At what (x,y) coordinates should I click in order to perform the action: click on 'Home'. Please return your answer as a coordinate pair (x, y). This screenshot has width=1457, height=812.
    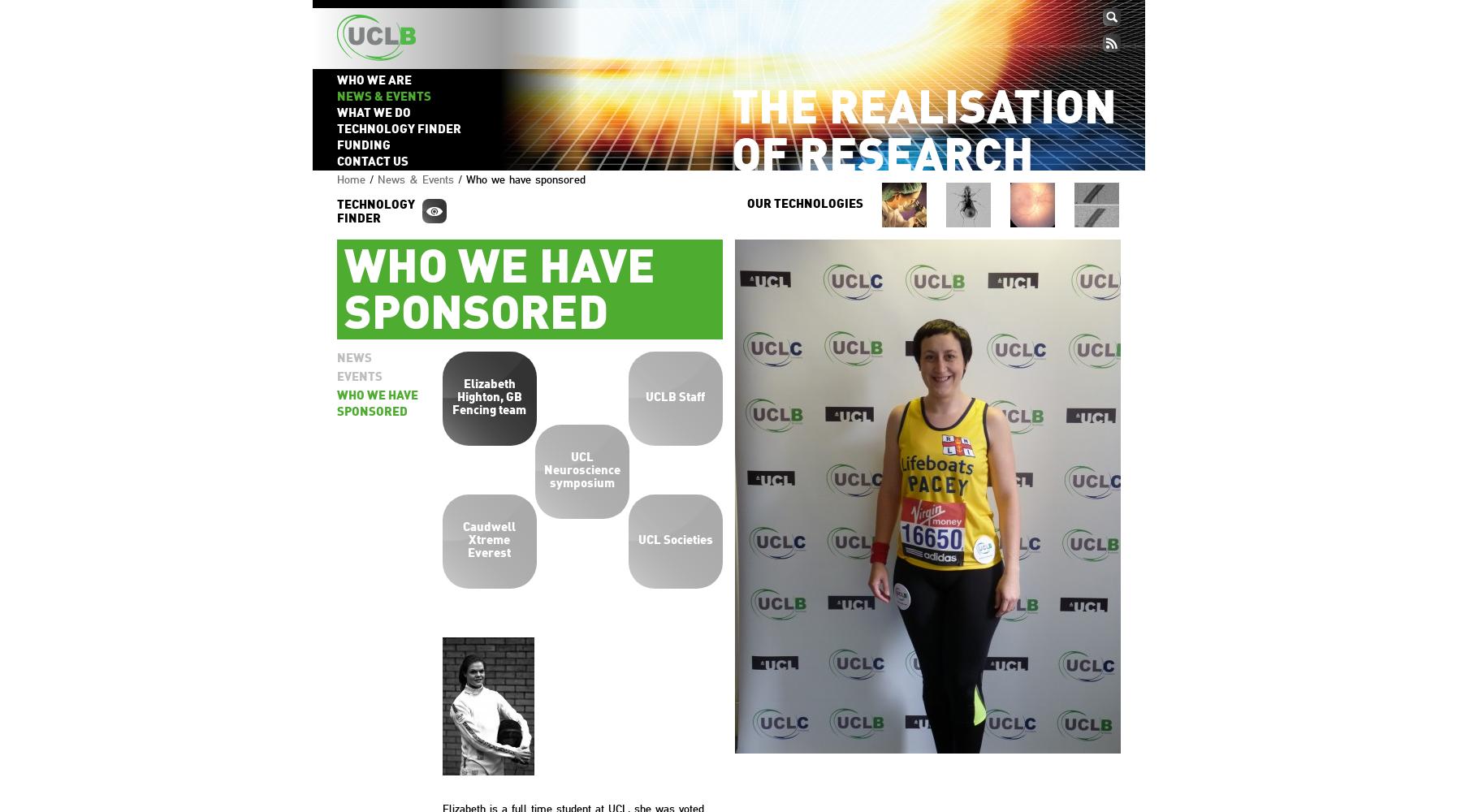
    Looking at the image, I should click on (349, 178).